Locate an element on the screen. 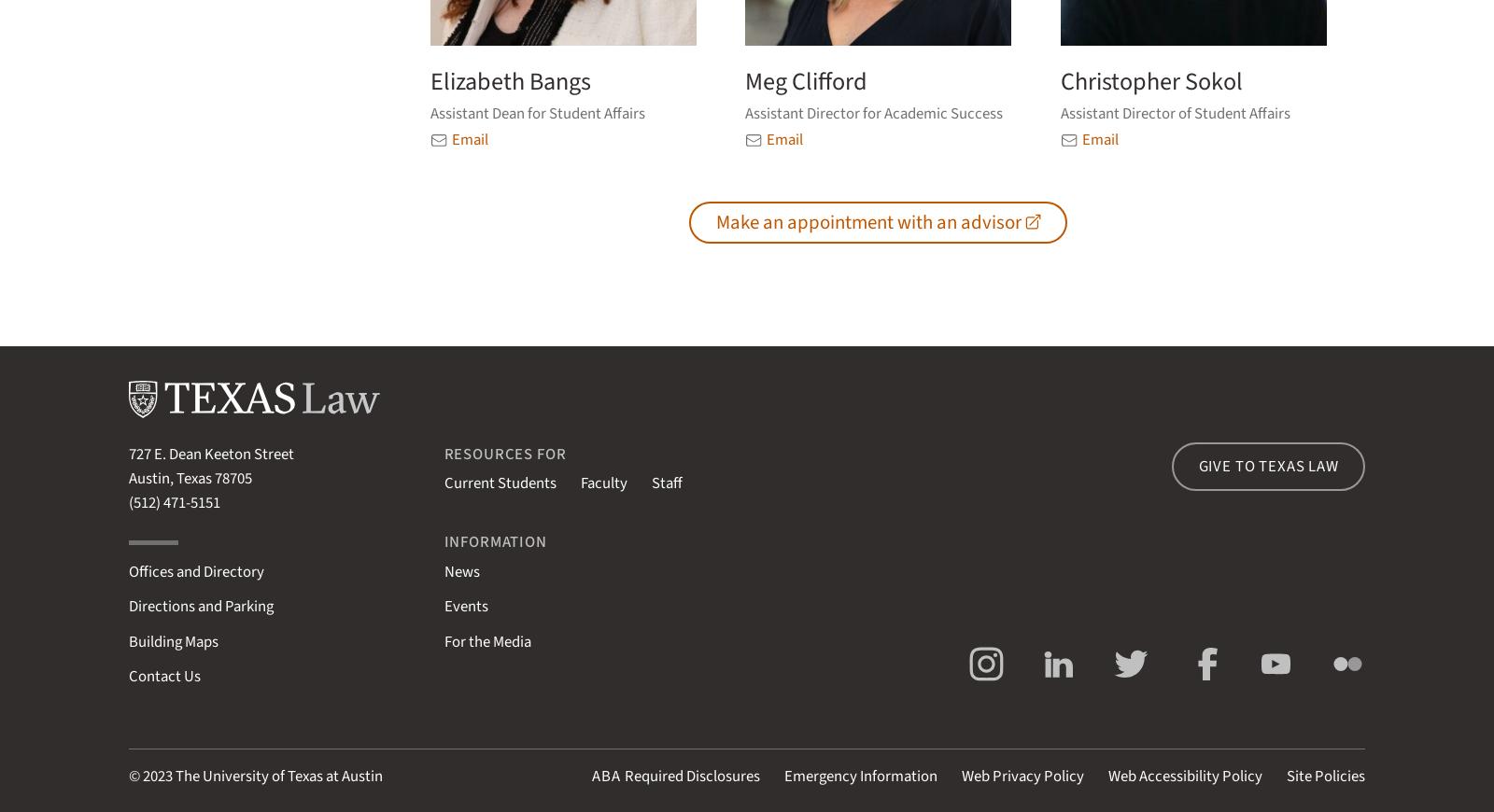 The image size is (1494, 812). 'Offices and Directory' is located at coordinates (196, 569).